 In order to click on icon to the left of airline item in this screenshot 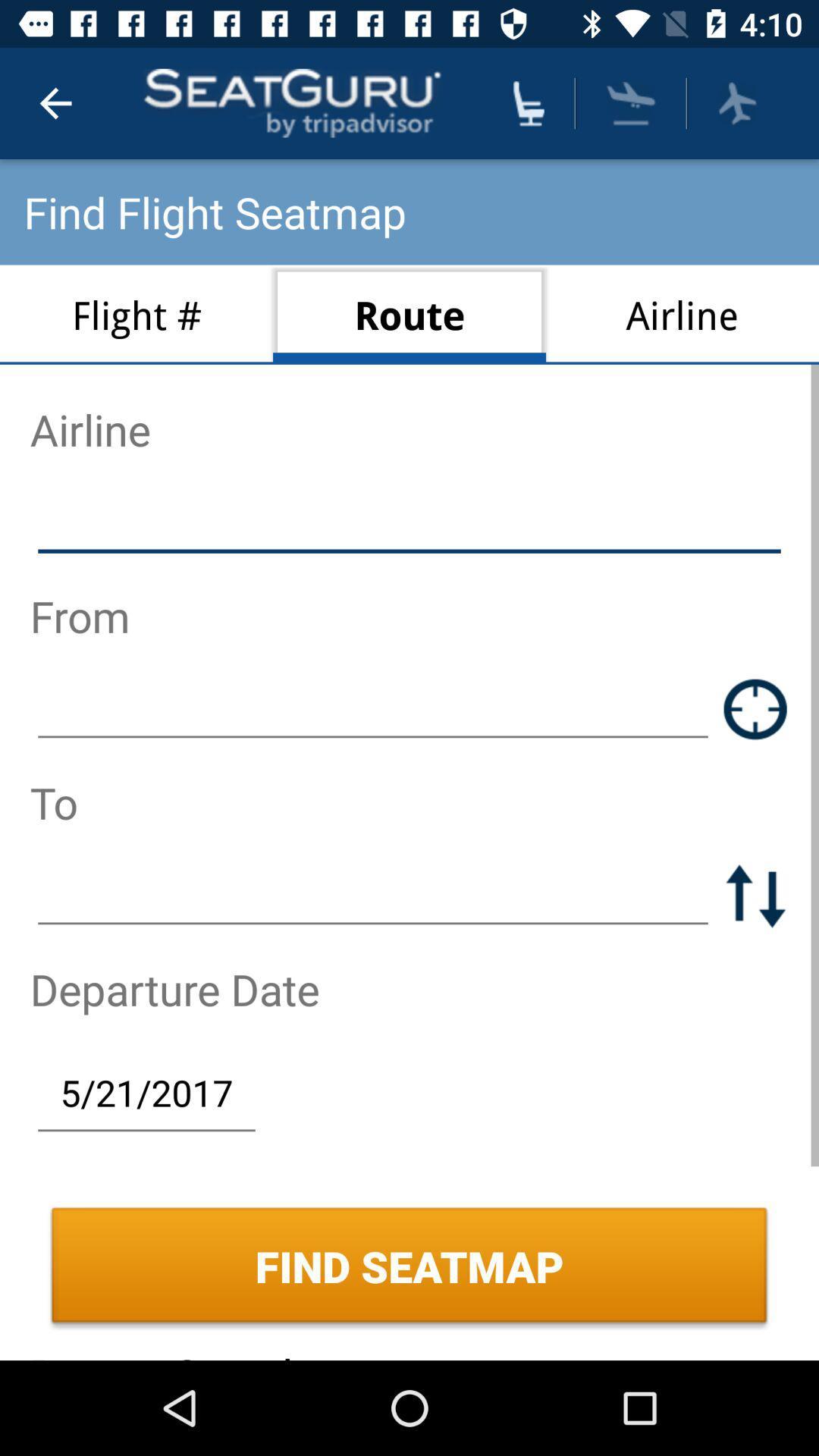, I will do `click(409, 314)`.